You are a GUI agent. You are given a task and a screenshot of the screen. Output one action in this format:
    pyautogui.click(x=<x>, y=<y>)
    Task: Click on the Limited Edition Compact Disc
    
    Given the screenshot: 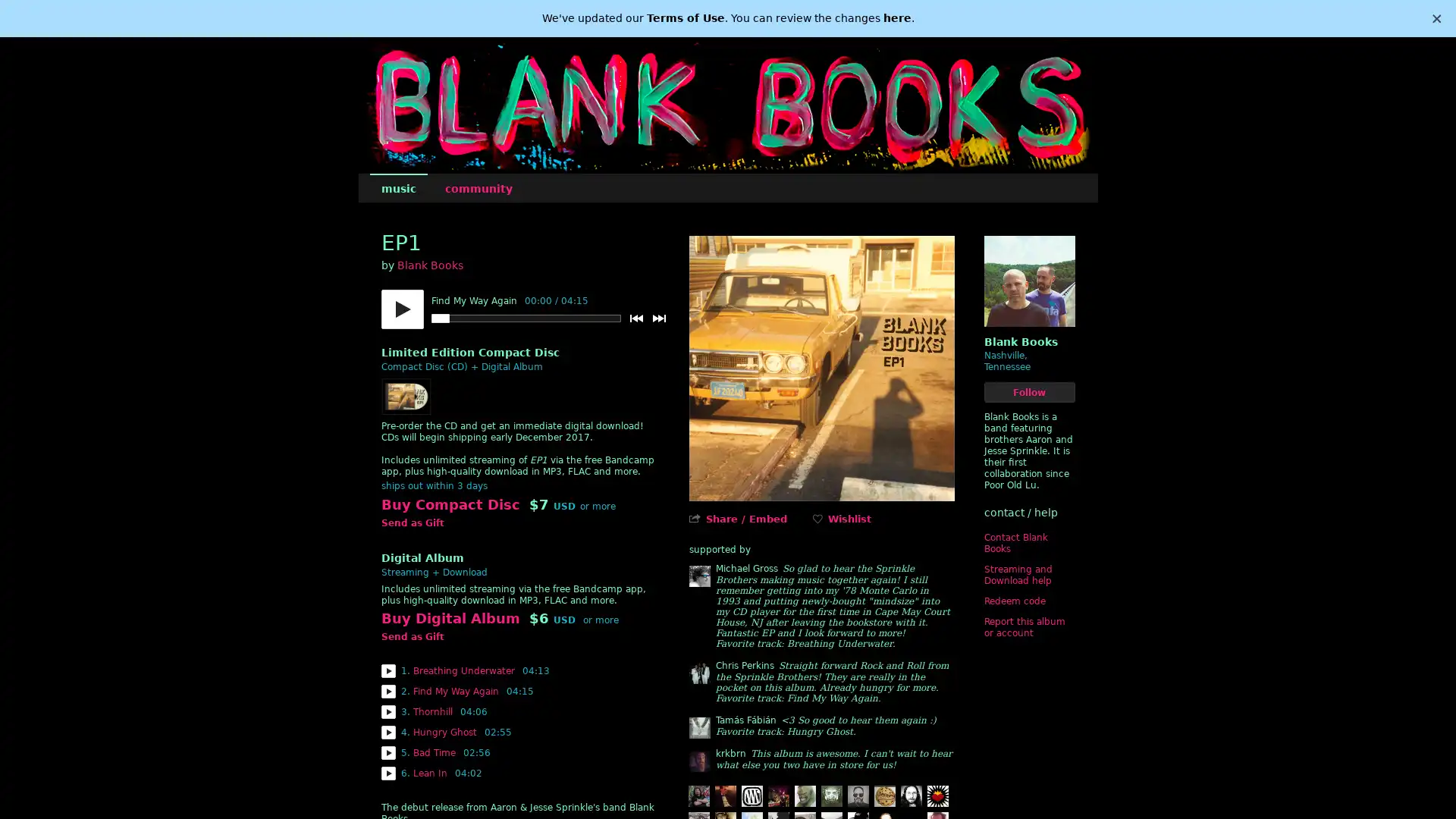 What is the action you would take?
    pyautogui.click(x=469, y=353)
    